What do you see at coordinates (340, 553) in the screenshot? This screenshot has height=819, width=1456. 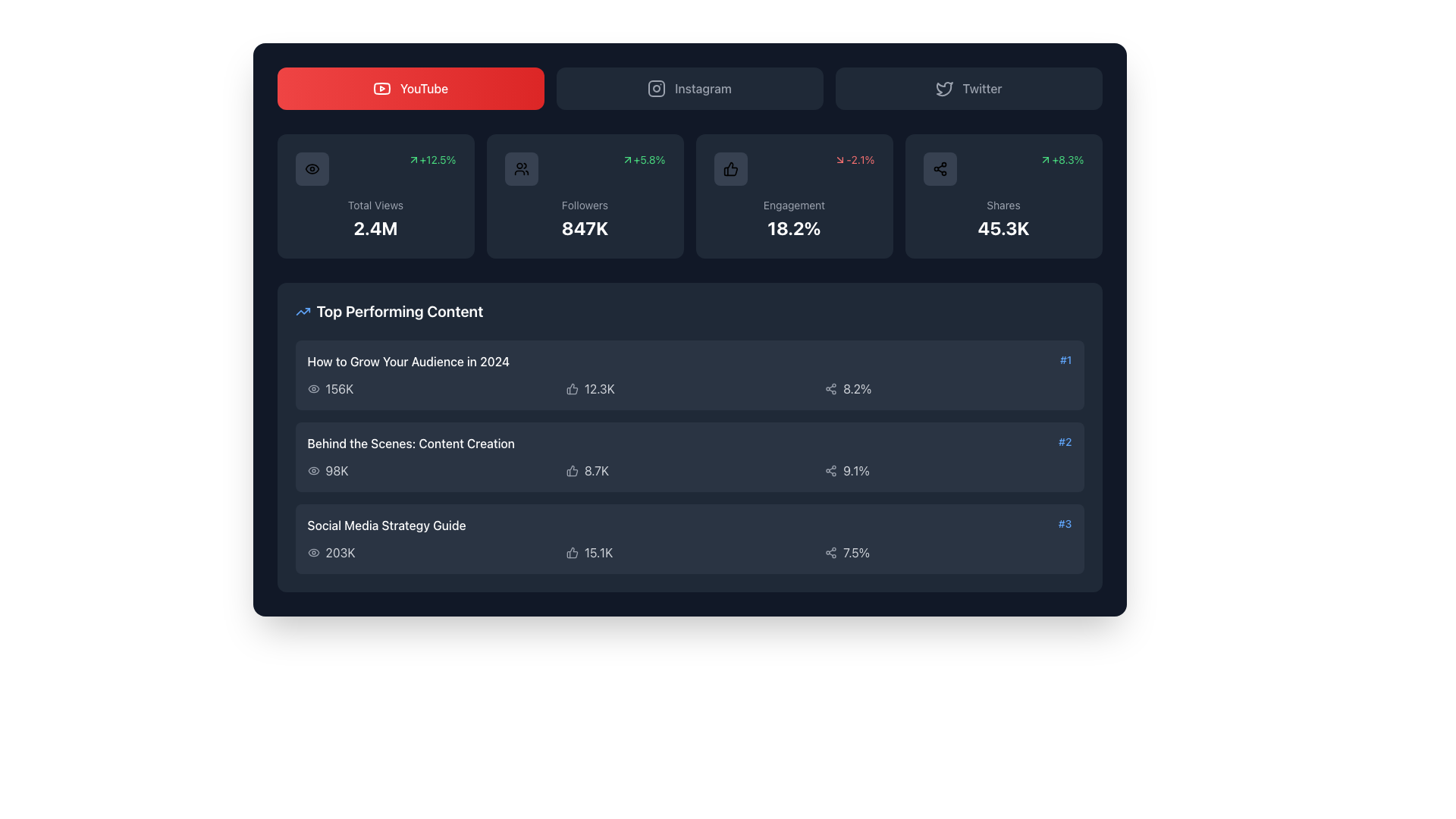 I see `and interpret the text from the Text Label located at the bottom-right of the 'Social Media Strategy Guide' segment in the 'Top Performing Content' list` at bounding box center [340, 553].